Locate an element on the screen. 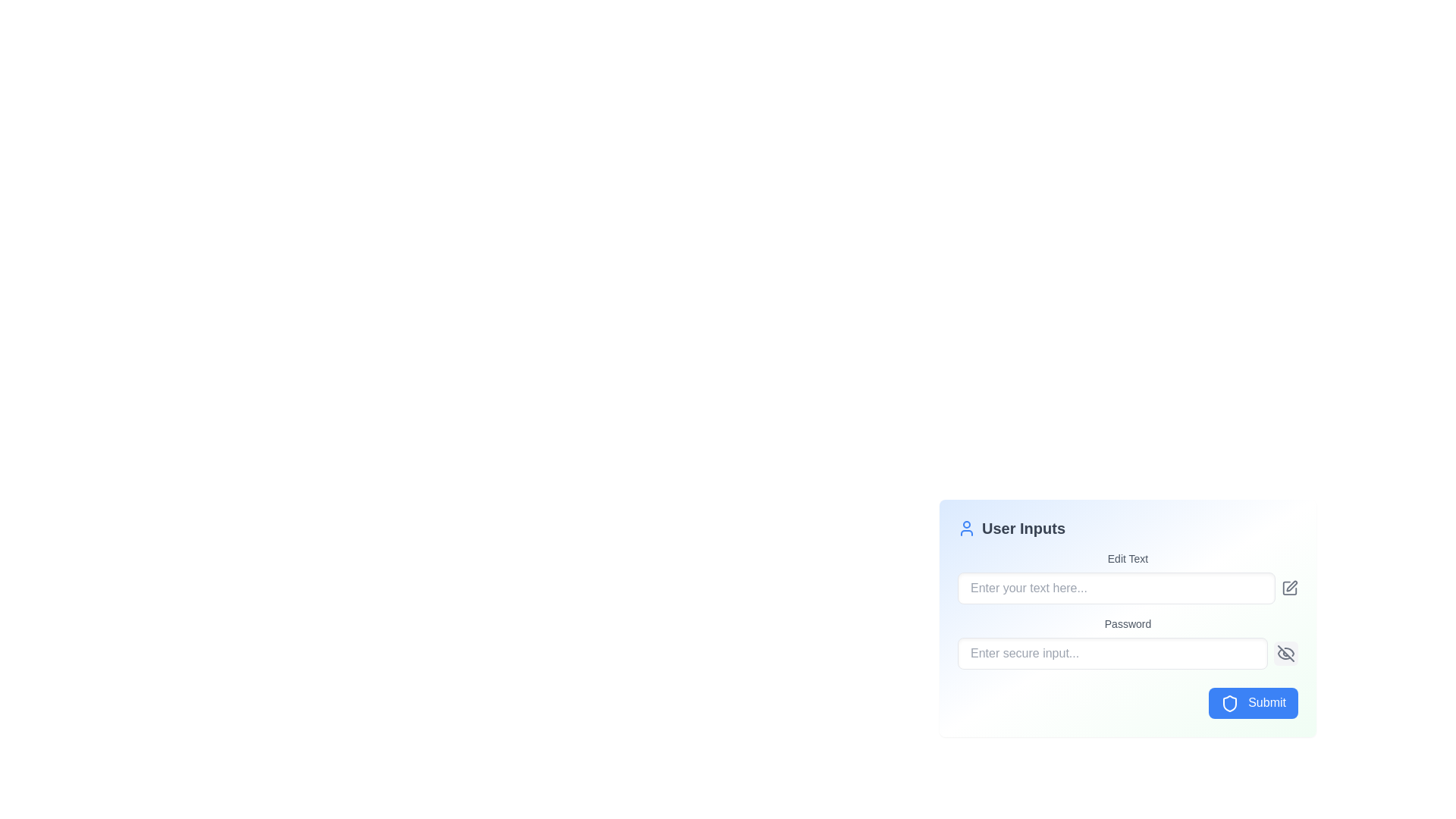 The width and height of the screenshot is (1456, 819). the button located to the right of the 'Password' input field in the 'User Inputs' form is located at coordinates (1285, 652).